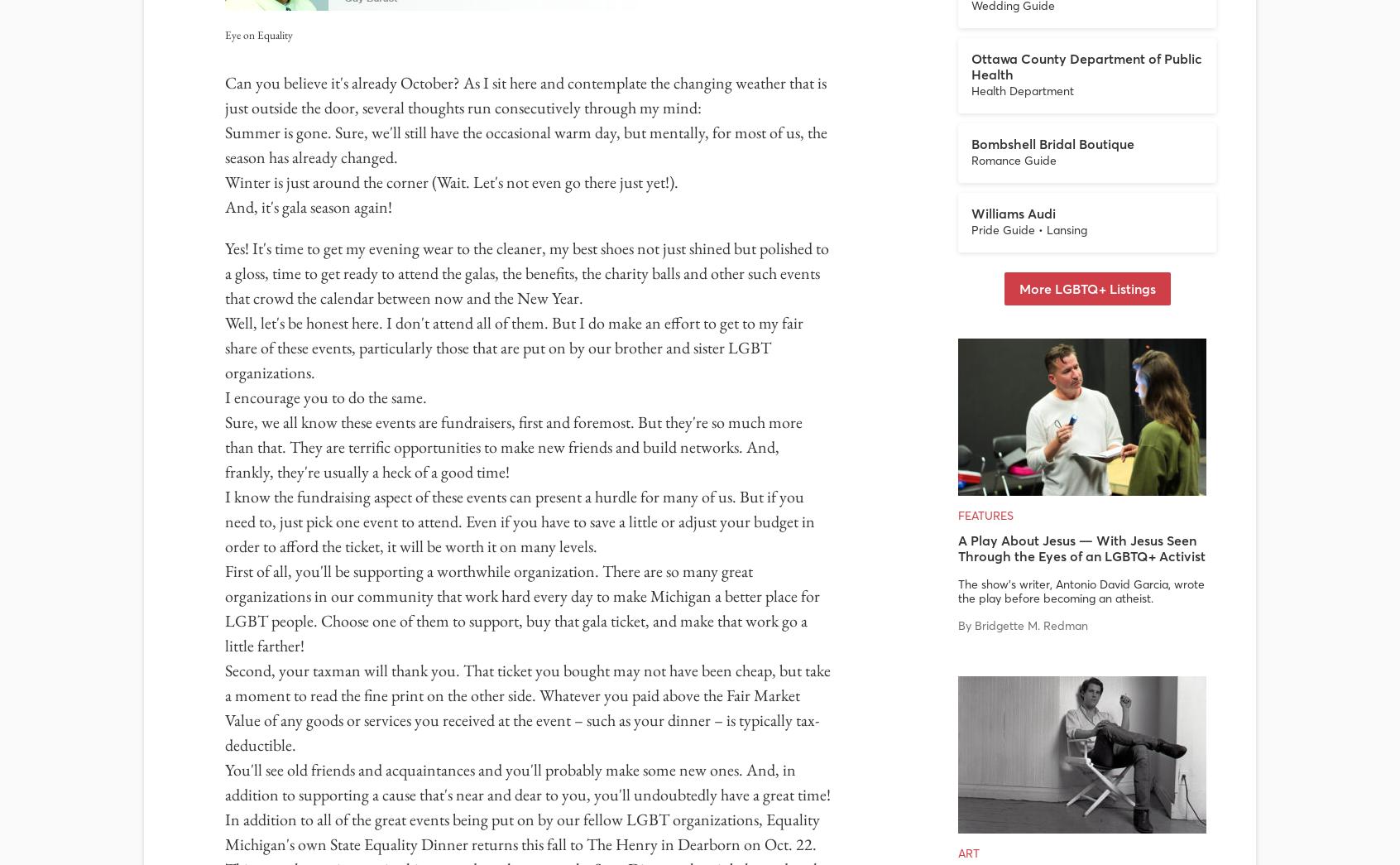  Describe the element at coordinates (699, 384) in the screenshot. I see `'Advertisement'` at that location.